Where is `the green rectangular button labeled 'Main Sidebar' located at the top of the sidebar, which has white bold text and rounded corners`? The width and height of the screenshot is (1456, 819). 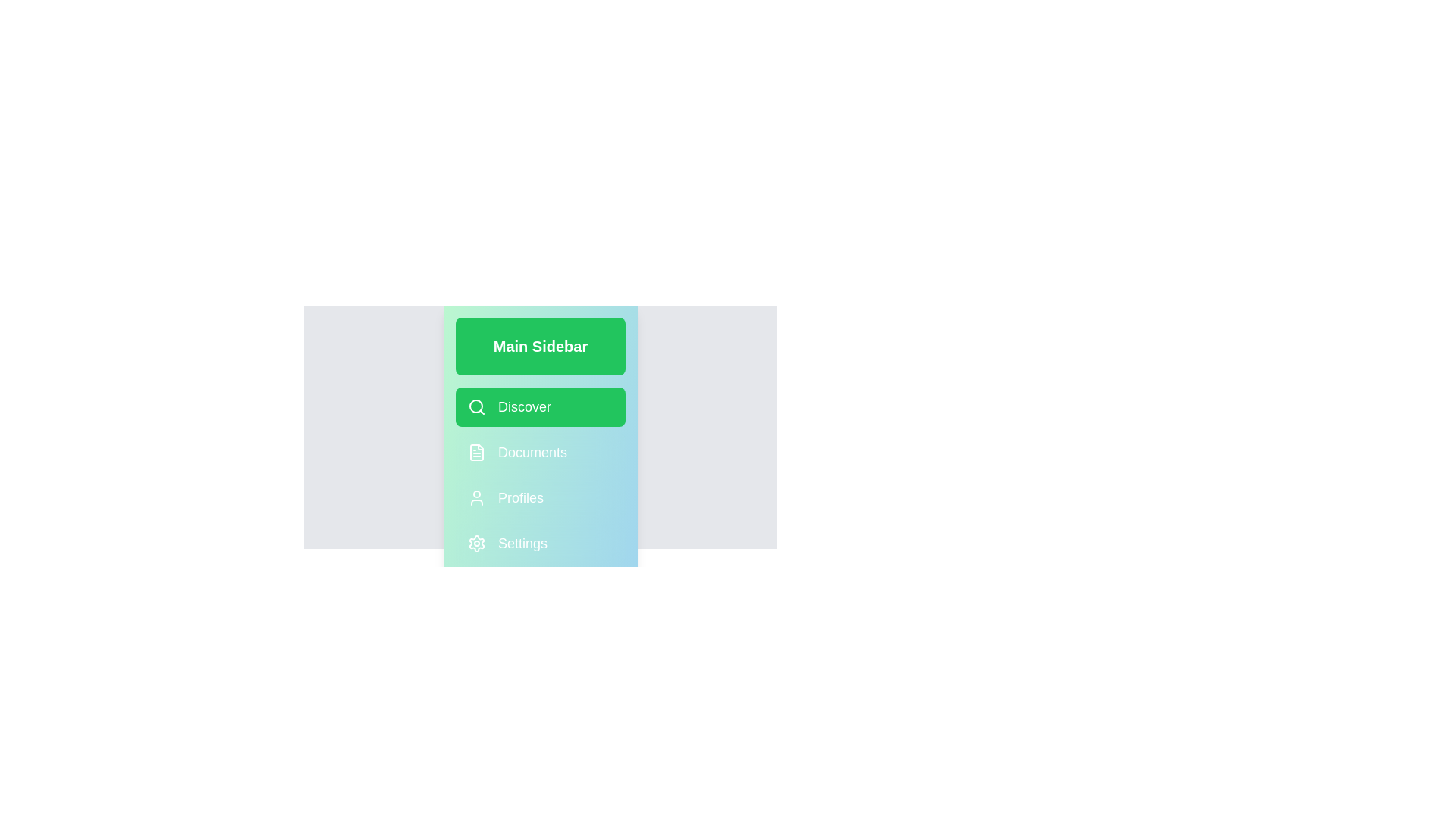
the green rectangular button labeled 'Main Sidebar' located at the top of the sidebar, which has white bold text and rounded corners is located at coordinates (541, 346).